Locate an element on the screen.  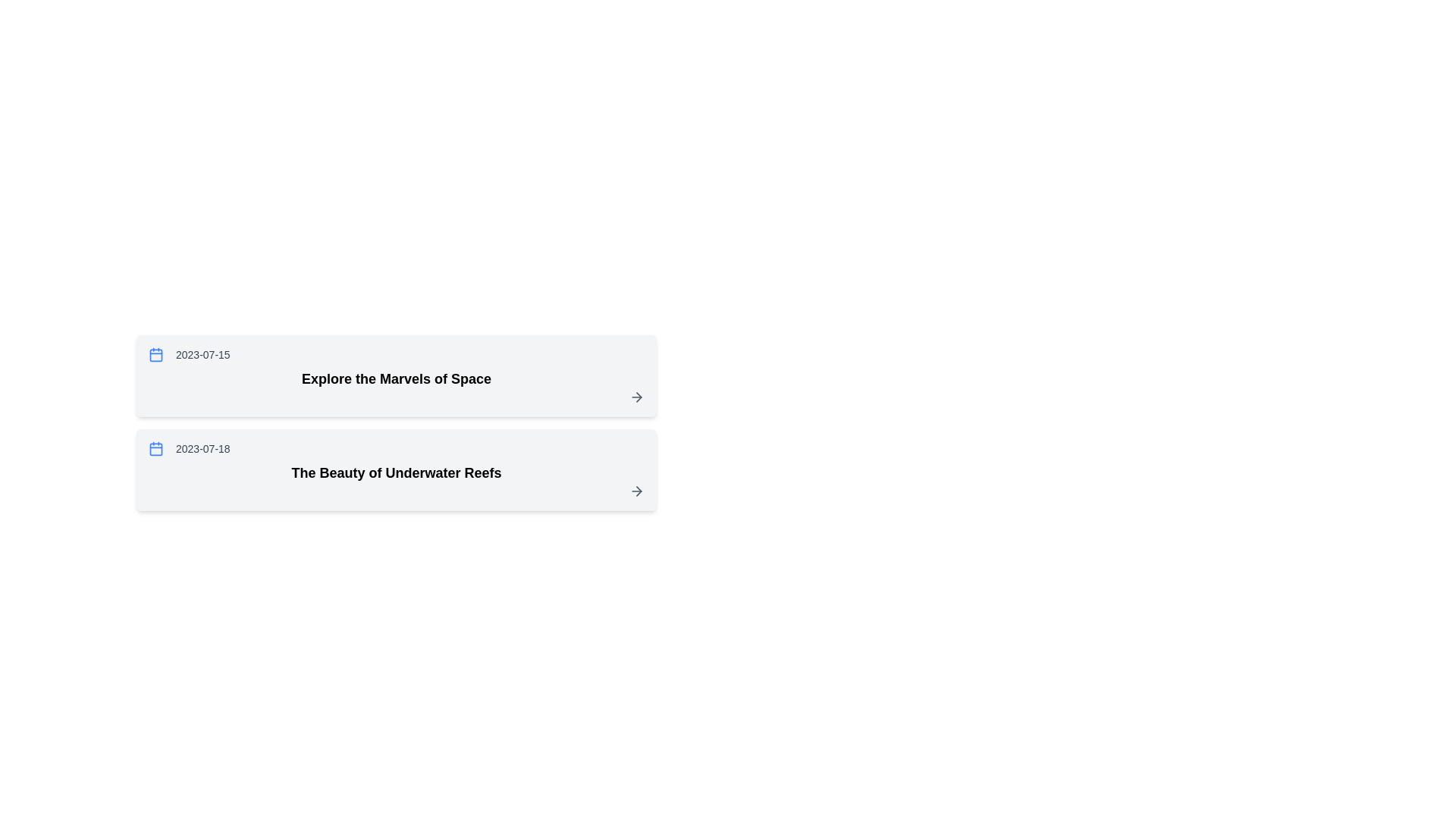
the graphical arrow icon indicating forward action located at the right end of the list item titled 'Explore the Marvels of Space' dated '2023-07-15' is located at coordinates (639, 397).